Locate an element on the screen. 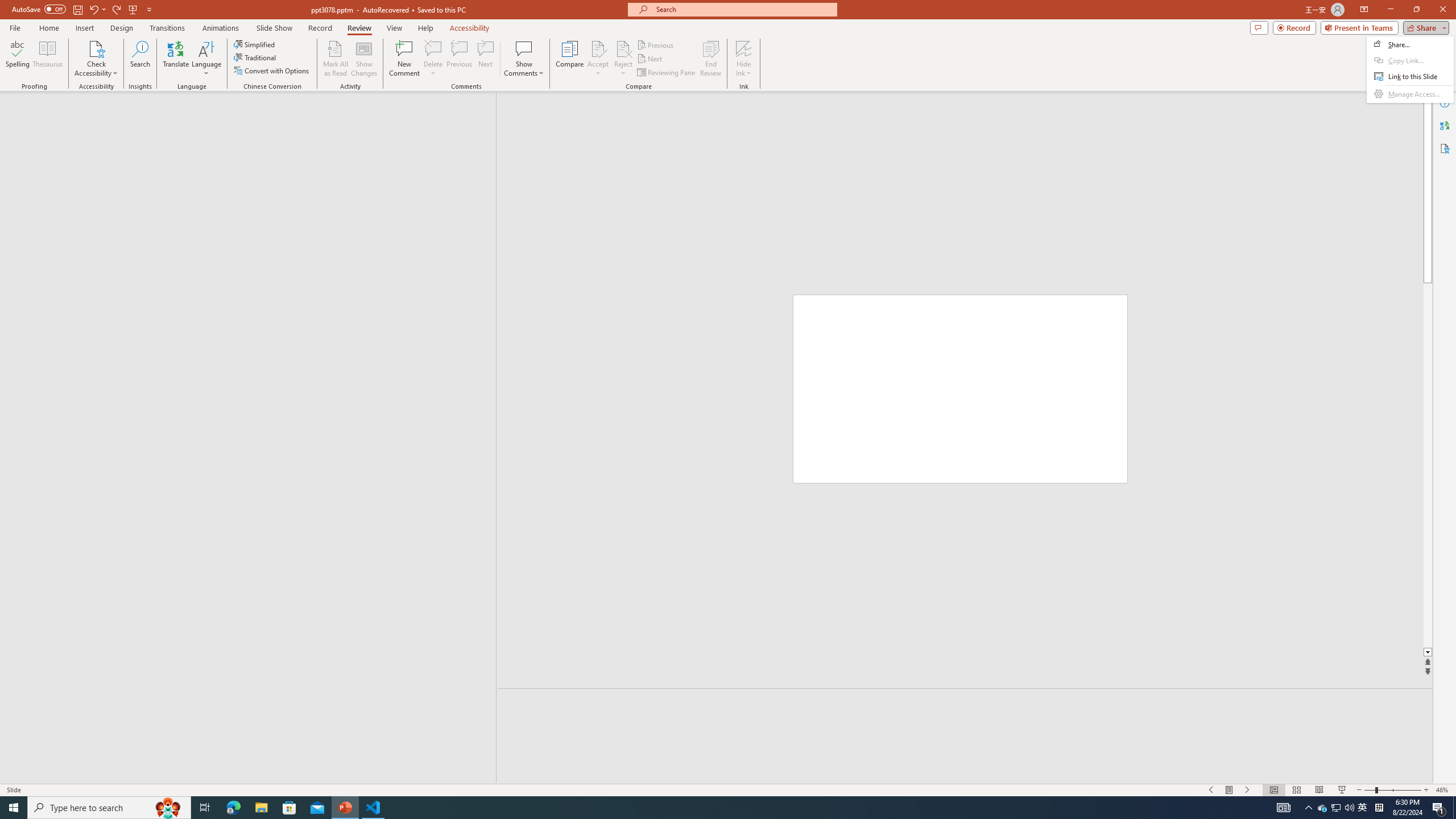  'Traditional' is located at coordinates (255, 56).